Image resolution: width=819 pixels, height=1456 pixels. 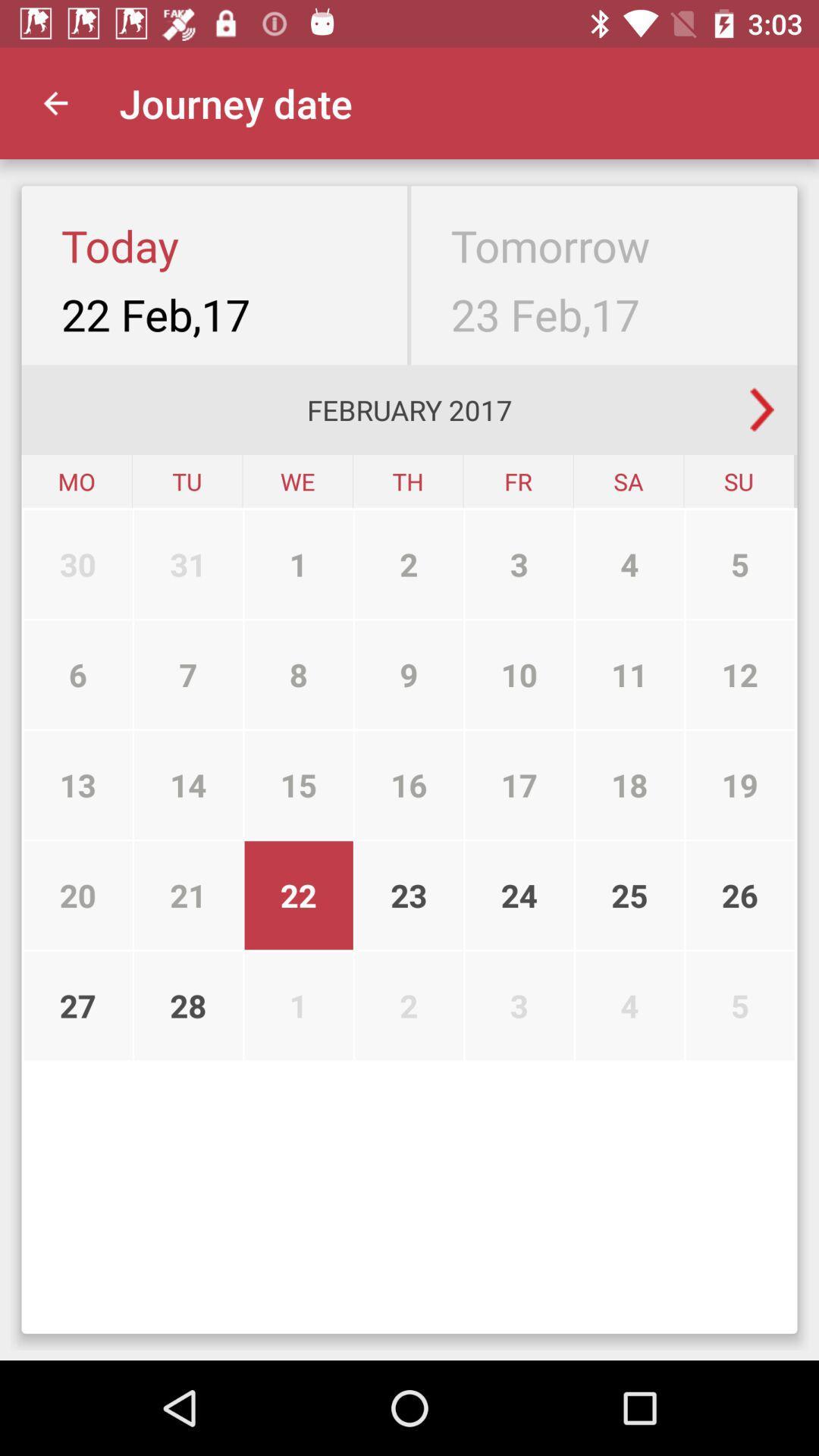 What do you see at coordinates (408, 673) in the screenshot?
I see `item to the left of 3` at bounding box center [408, 673].